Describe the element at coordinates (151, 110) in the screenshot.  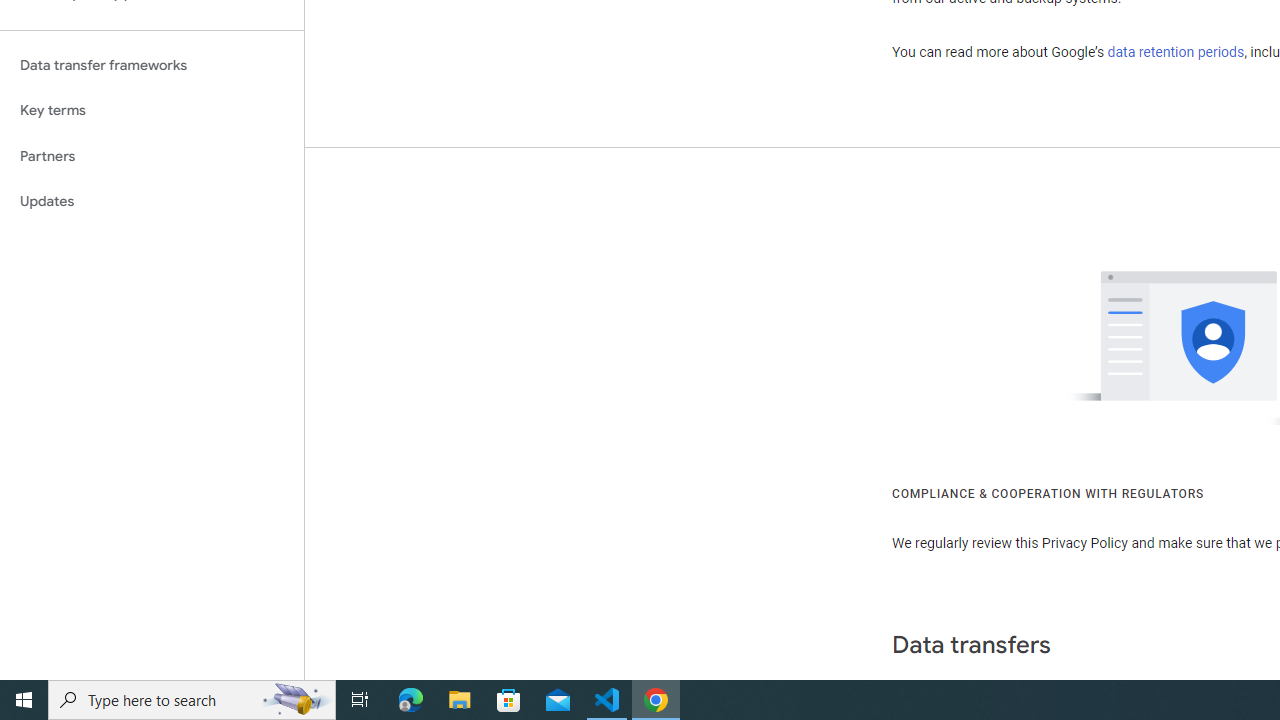
I see `'Key terms'` at that location.